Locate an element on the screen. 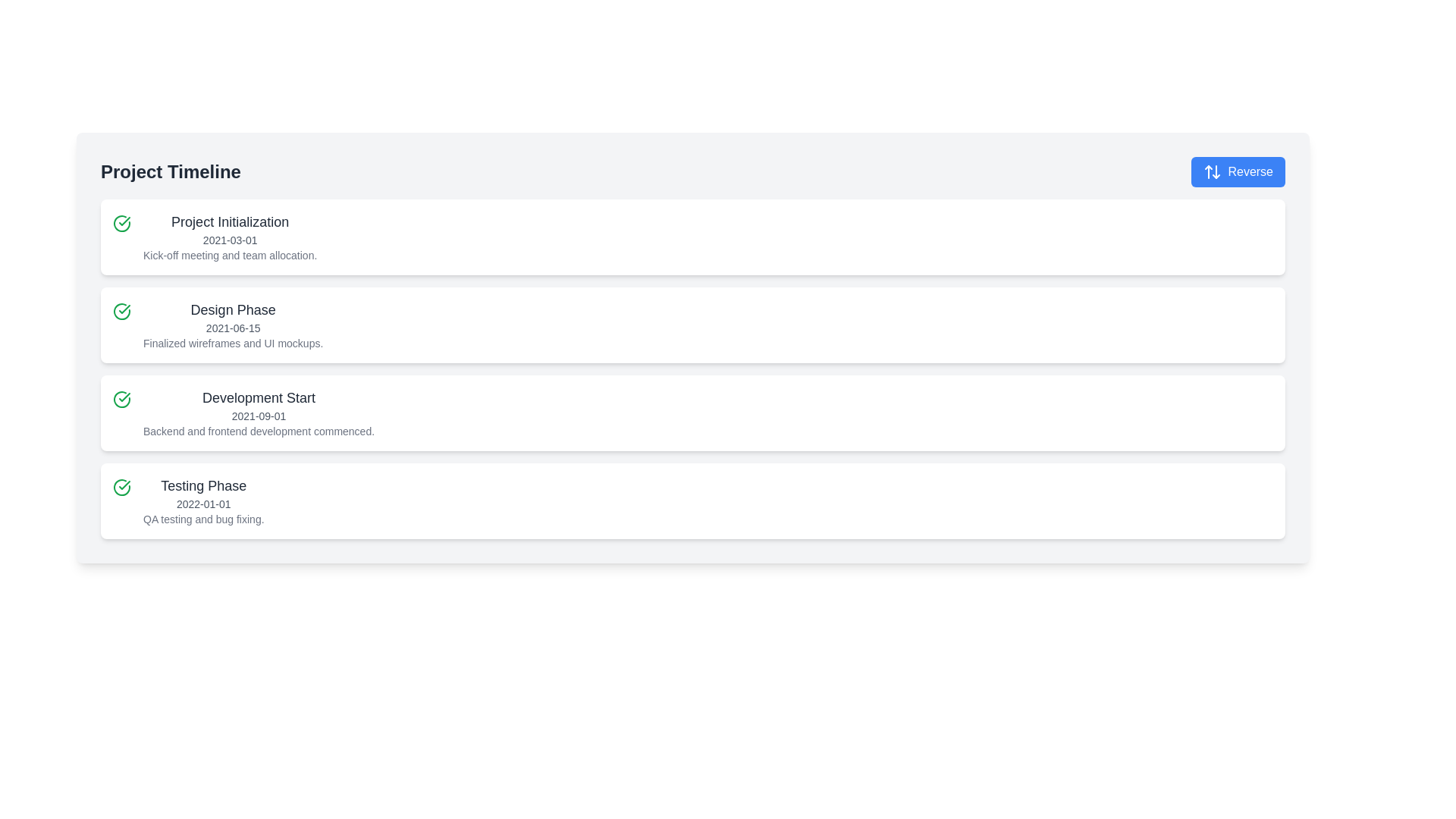 Image resolution: width=1456 pixels, height=819 pixels. the text label displaying '2022-01-01', which is styled with a small font size and gray color, positioned below 'Testing Phase' and above the description 'QA testing and bug fixing.' is located at coordinates (202, 504).